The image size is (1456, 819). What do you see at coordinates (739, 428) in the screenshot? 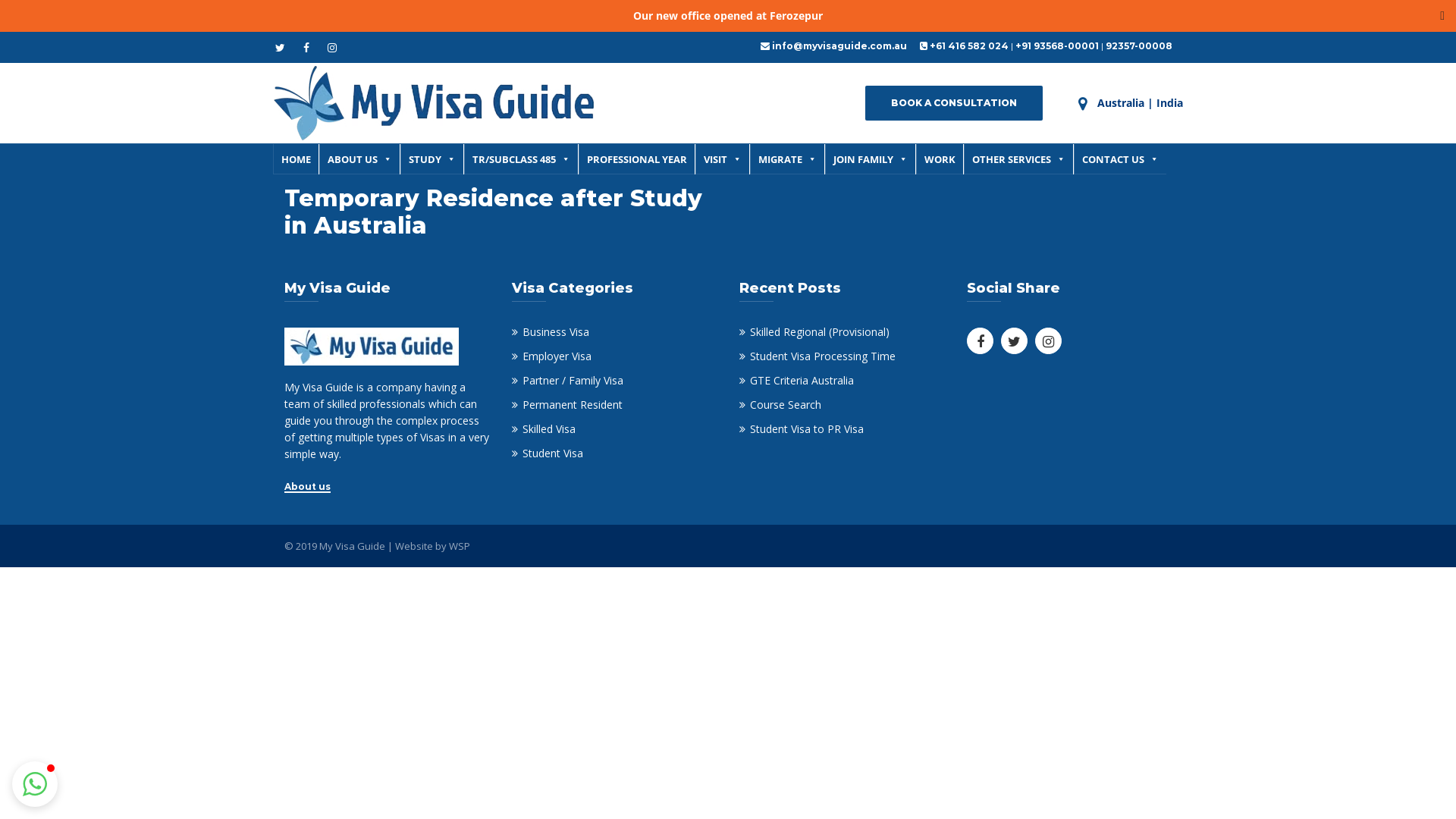
I see `'Student Visa to PR Visa'` at bounding box center [739, 428].